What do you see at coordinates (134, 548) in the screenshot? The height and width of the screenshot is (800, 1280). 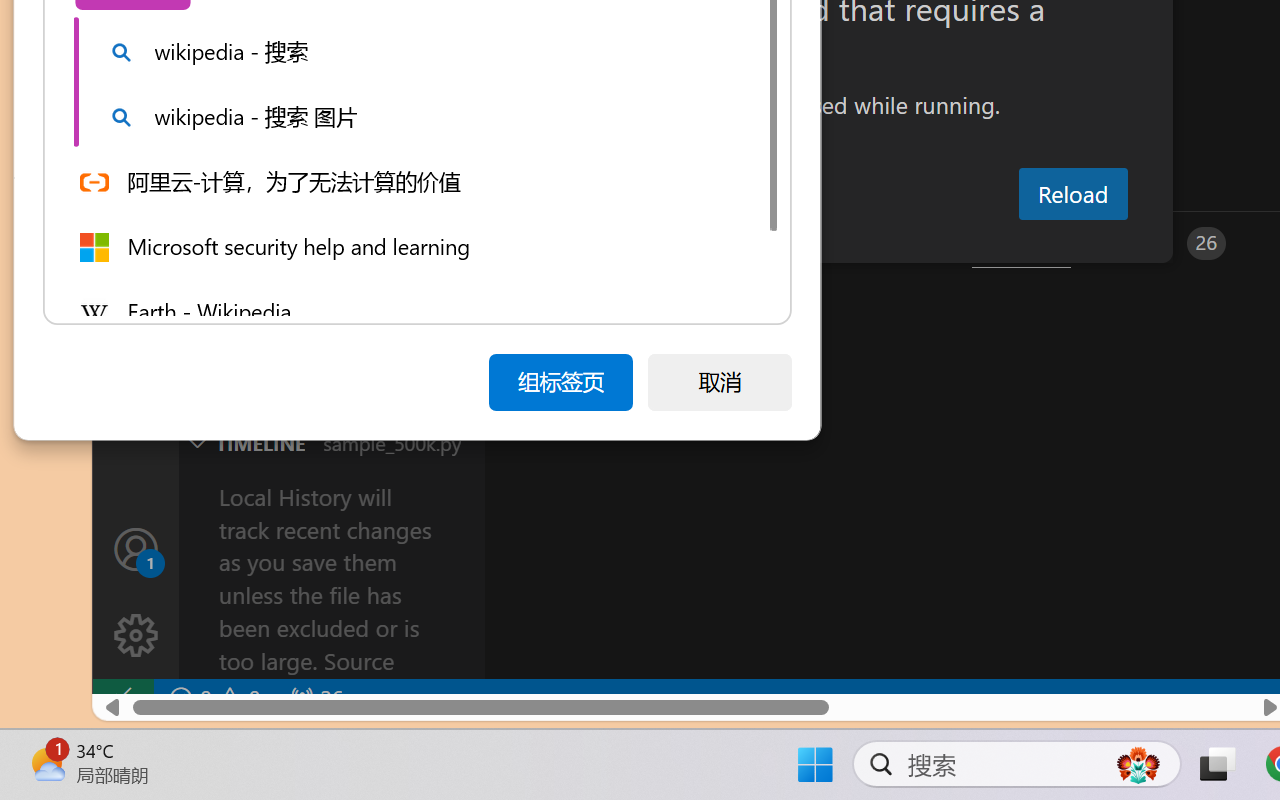 I see `'Accounts - Sign in requested'` at bounding box center [134, 548].